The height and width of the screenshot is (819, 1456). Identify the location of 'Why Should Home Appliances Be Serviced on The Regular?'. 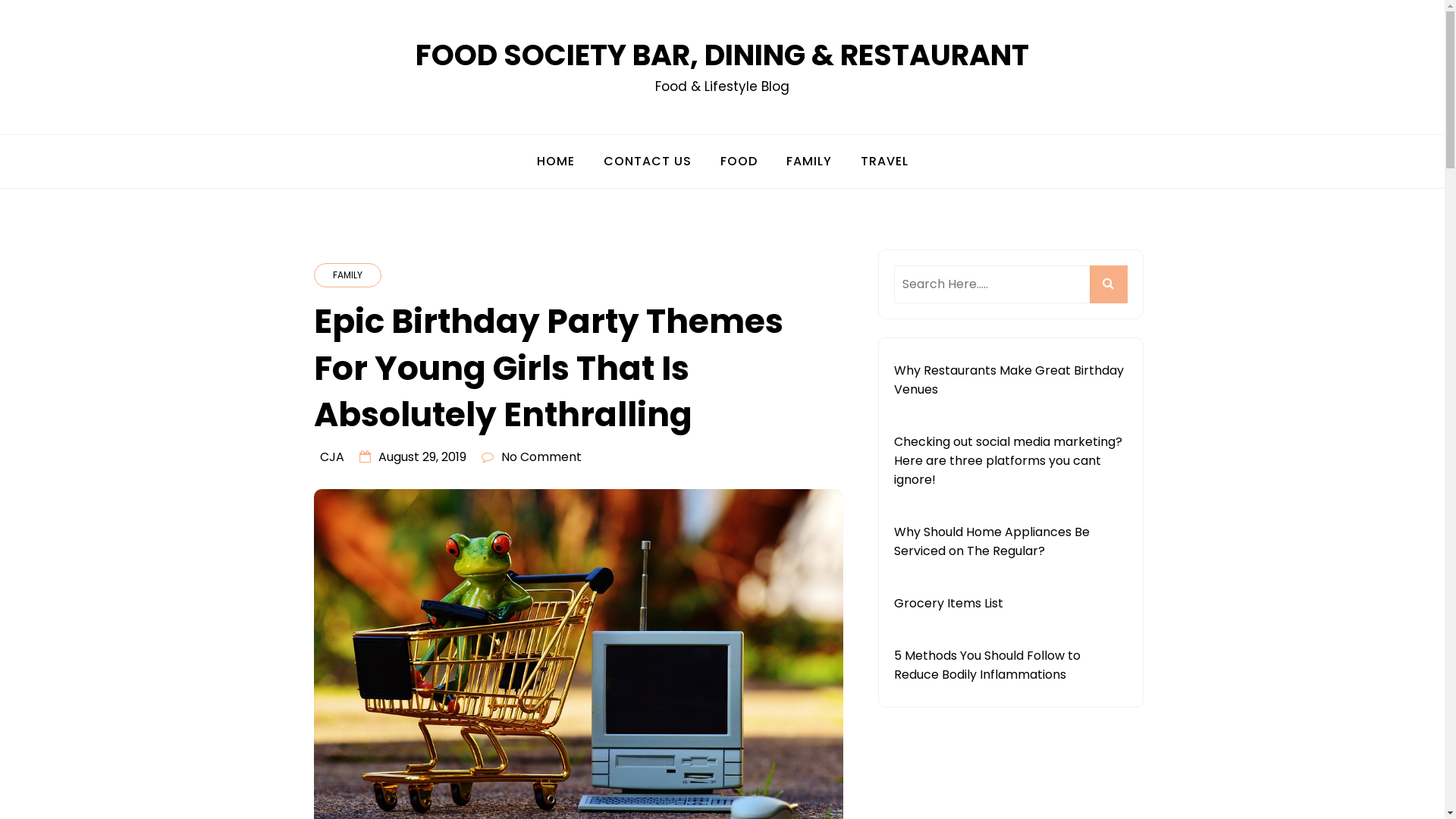
(990, 540).